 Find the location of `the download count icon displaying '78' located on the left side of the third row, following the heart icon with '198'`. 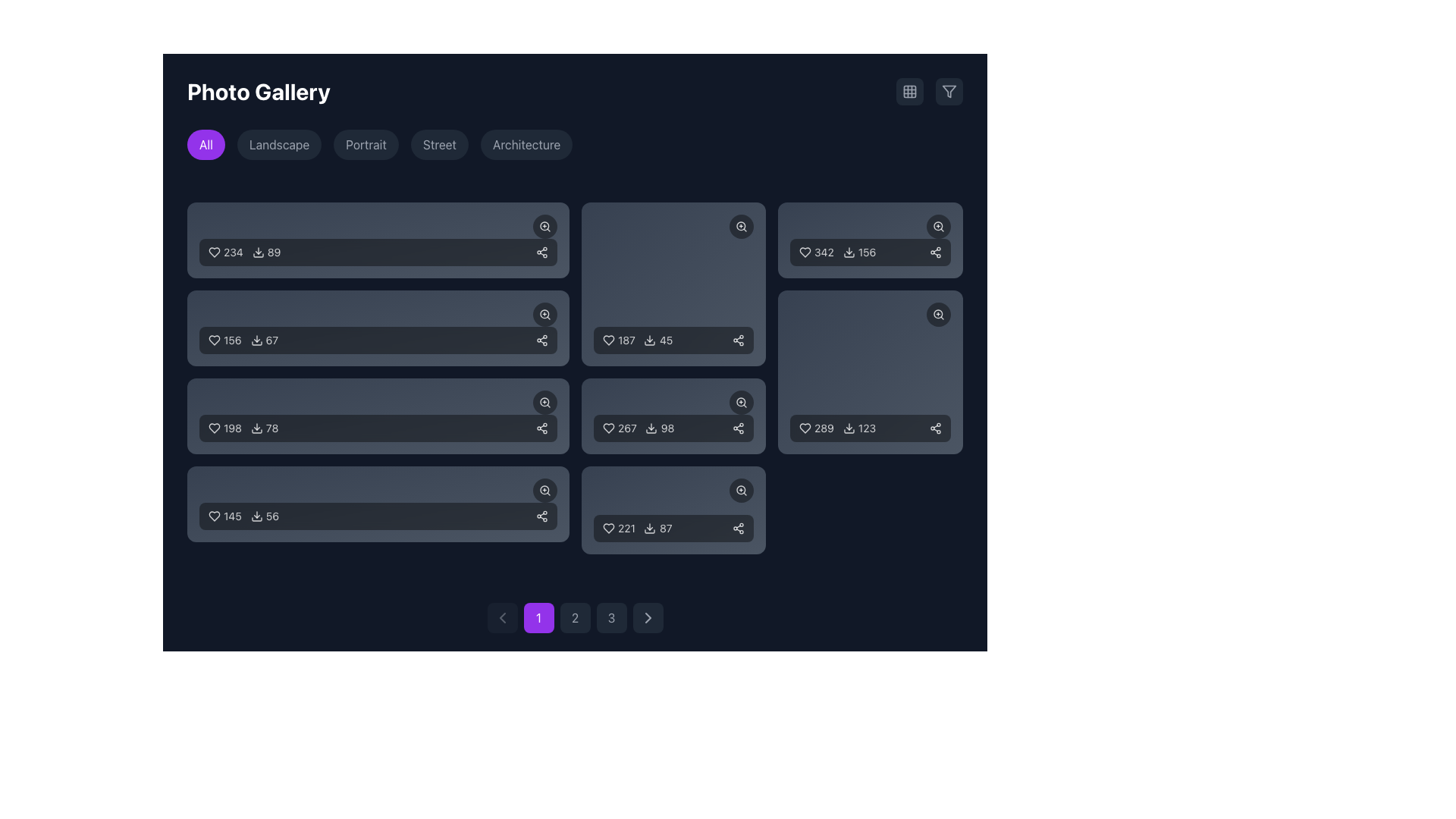

the download count icon displaying '78' located on the left side of the third row, following the heart icon with '198' is located at coordinates (265, 428).